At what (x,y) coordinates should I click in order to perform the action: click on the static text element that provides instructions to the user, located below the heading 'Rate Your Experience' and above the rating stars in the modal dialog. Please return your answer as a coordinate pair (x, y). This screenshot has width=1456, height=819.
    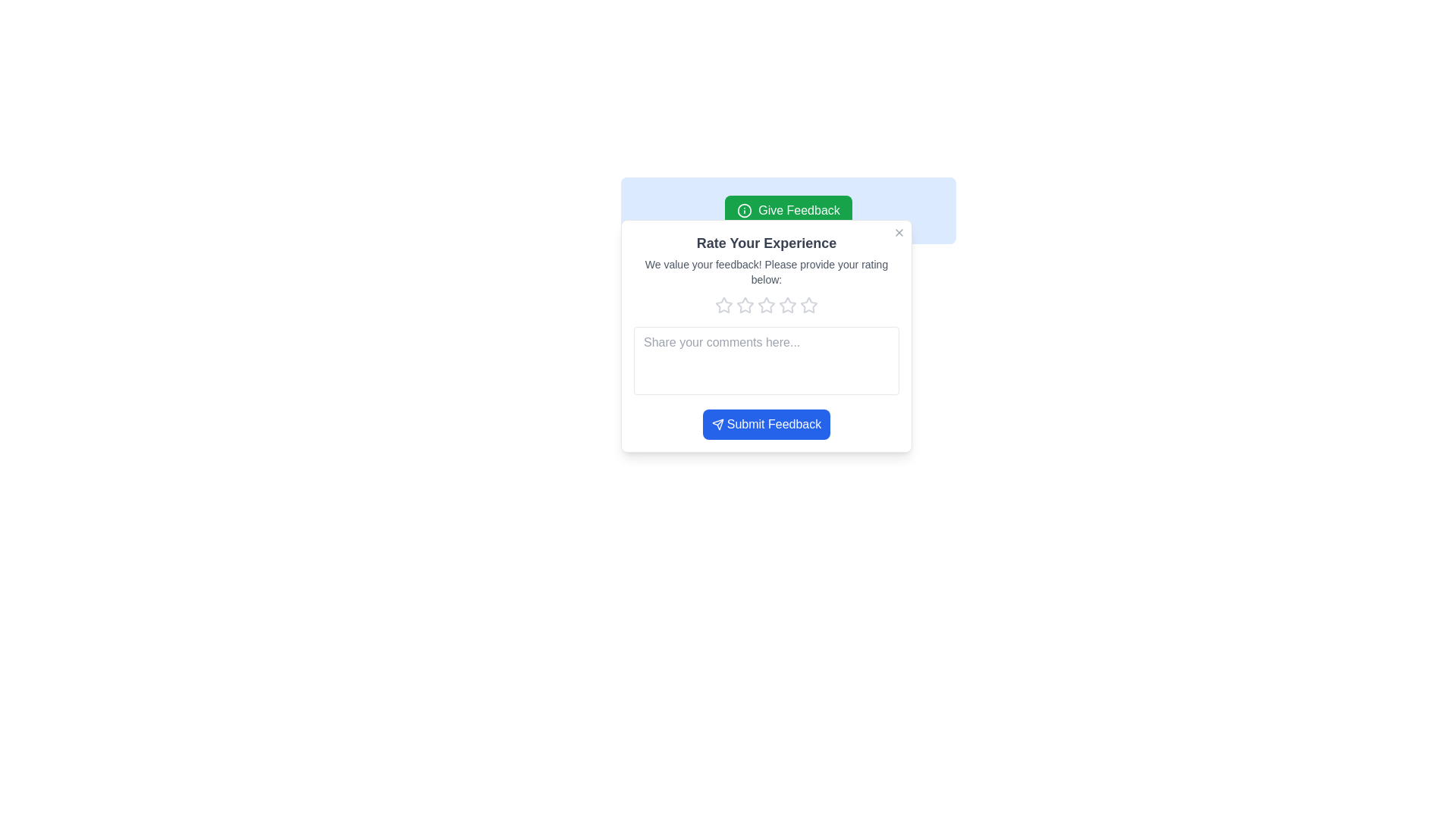
    Looking at the image, I should click on (767, 271).